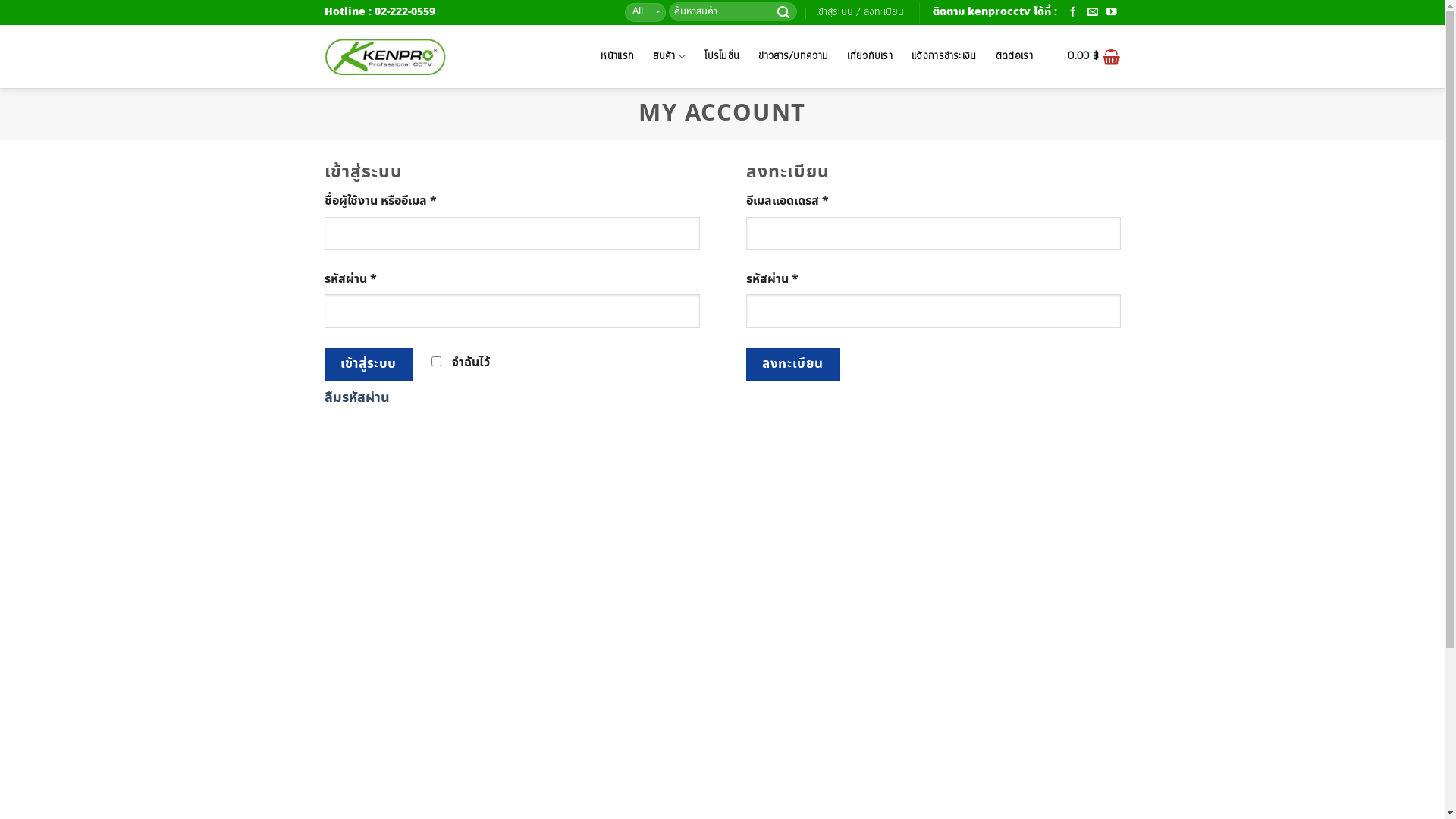 The height and width of the screenshot is (819, 1456). Describe the element at coordinates (385, 55) in the screenshot. I see `'108CCTVOnline - '` at that location.